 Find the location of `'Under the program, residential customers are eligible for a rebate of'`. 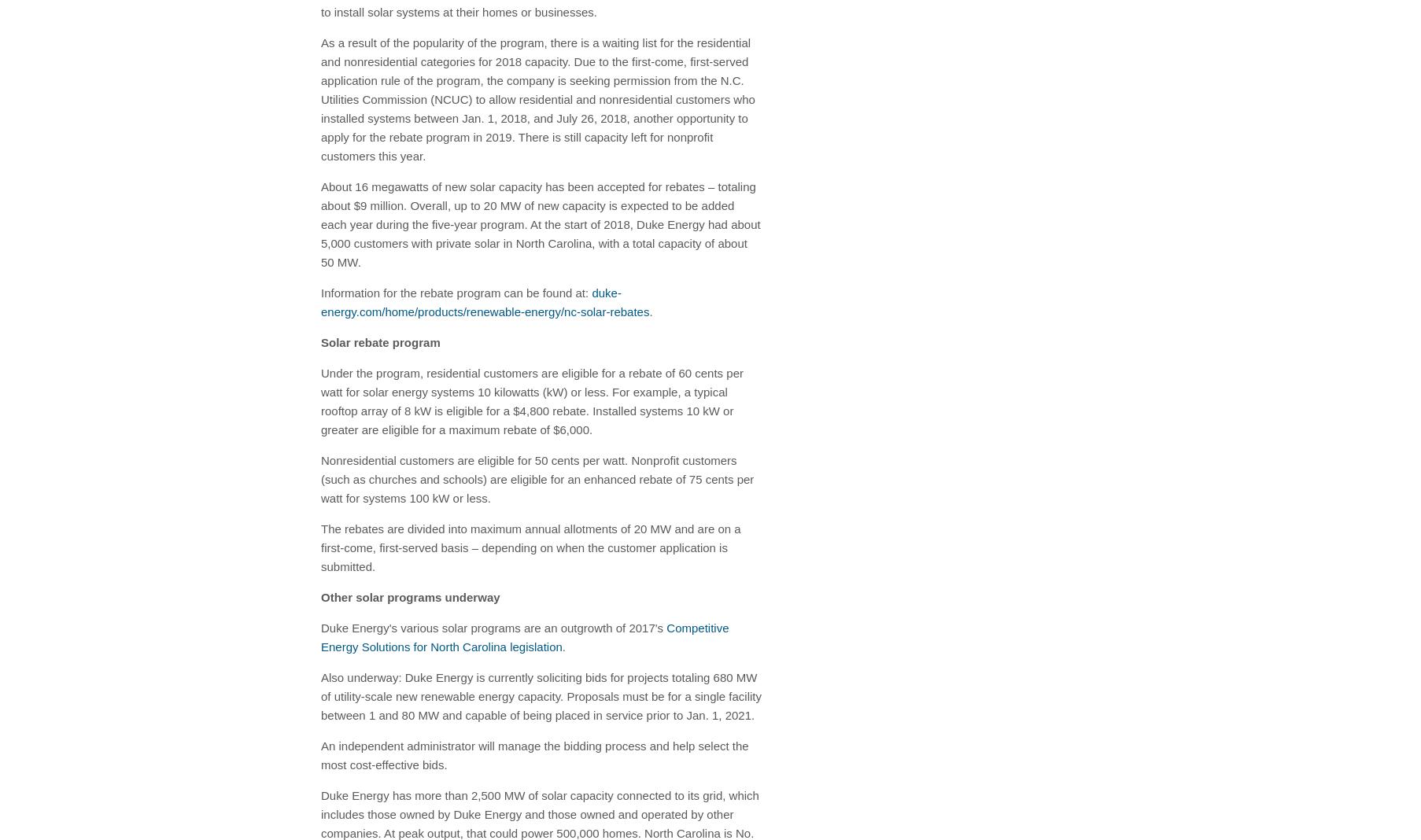

'Under the program, residential customers are eligible for a rebate of' is located at coordinates (499, 372).